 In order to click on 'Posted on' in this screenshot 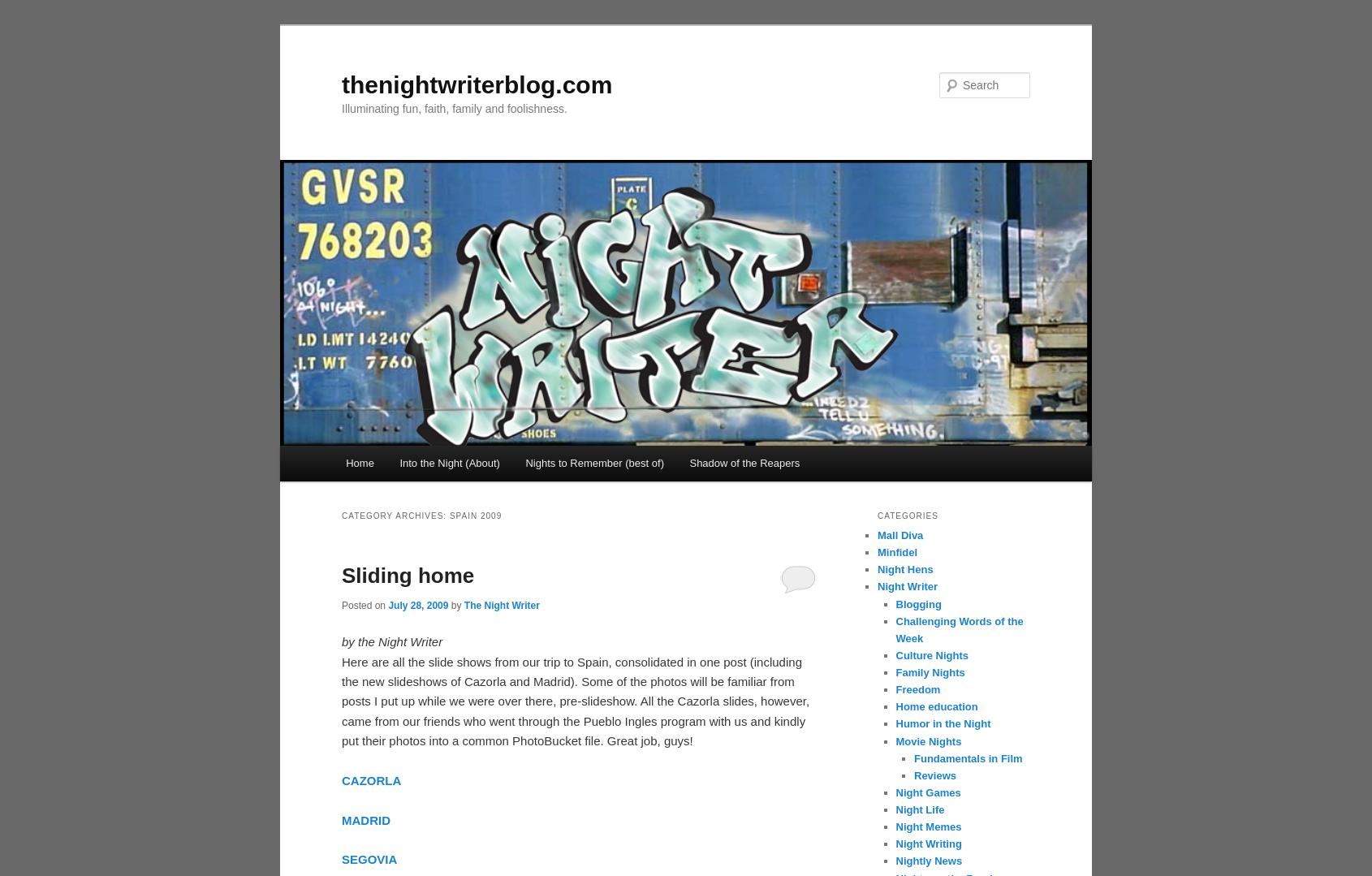, I will do `click(340, 604)`.